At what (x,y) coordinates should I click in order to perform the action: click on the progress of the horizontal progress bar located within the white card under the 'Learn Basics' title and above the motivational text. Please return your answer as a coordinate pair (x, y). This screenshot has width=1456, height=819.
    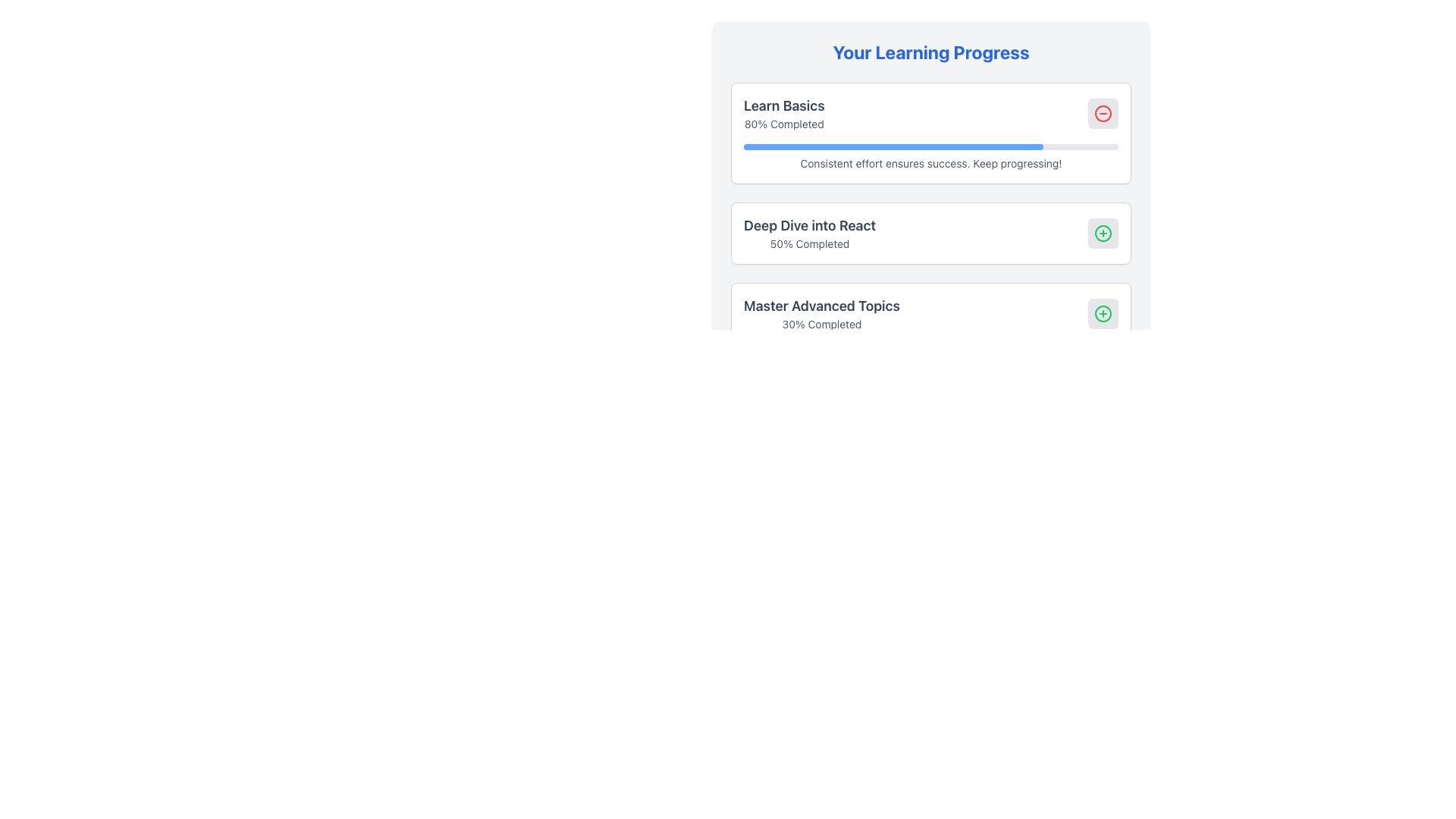
    Looking at the image, I should click on (930, 146).